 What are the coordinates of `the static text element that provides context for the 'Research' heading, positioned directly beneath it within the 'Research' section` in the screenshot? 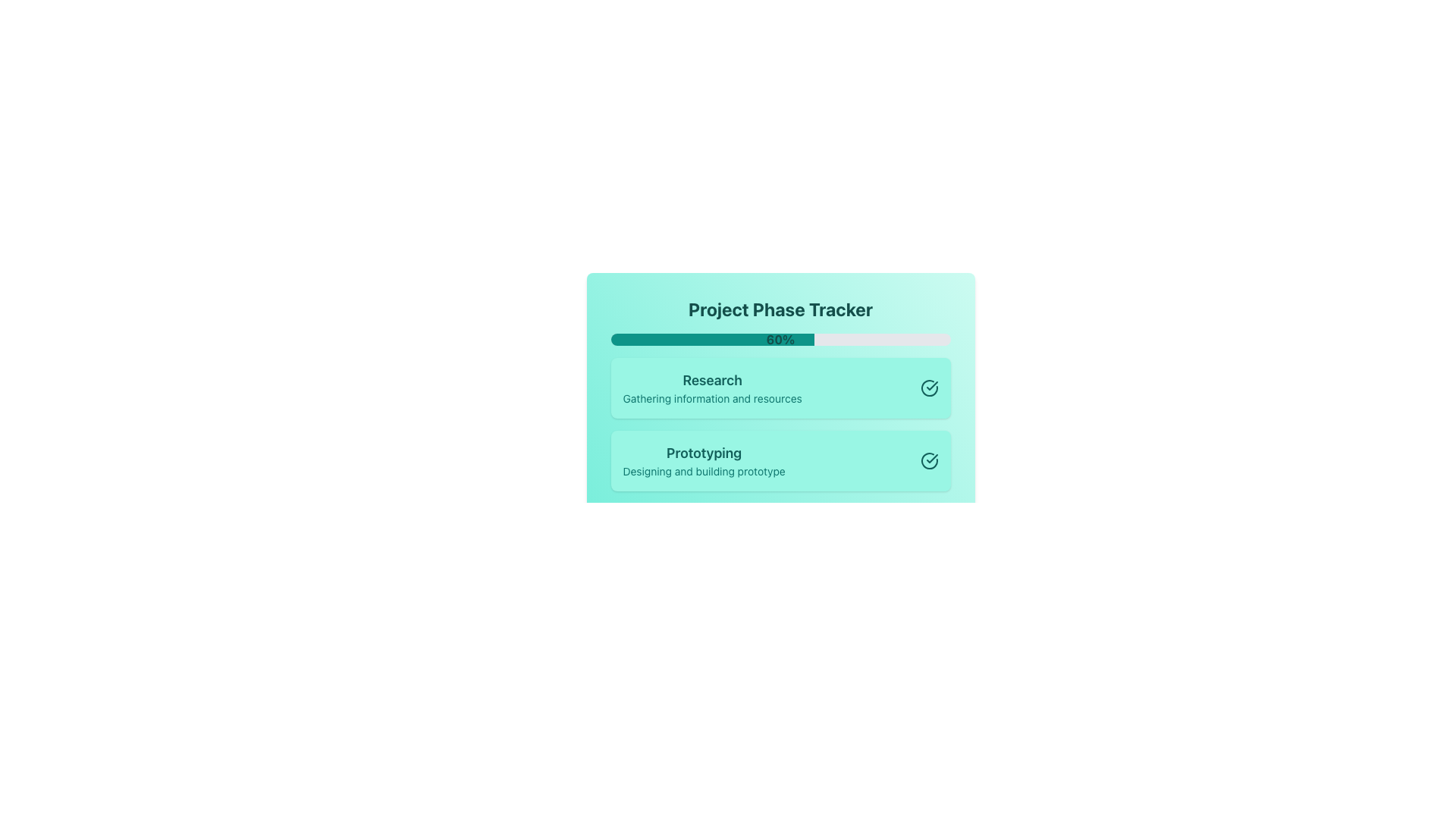 It's located at (711, 397).